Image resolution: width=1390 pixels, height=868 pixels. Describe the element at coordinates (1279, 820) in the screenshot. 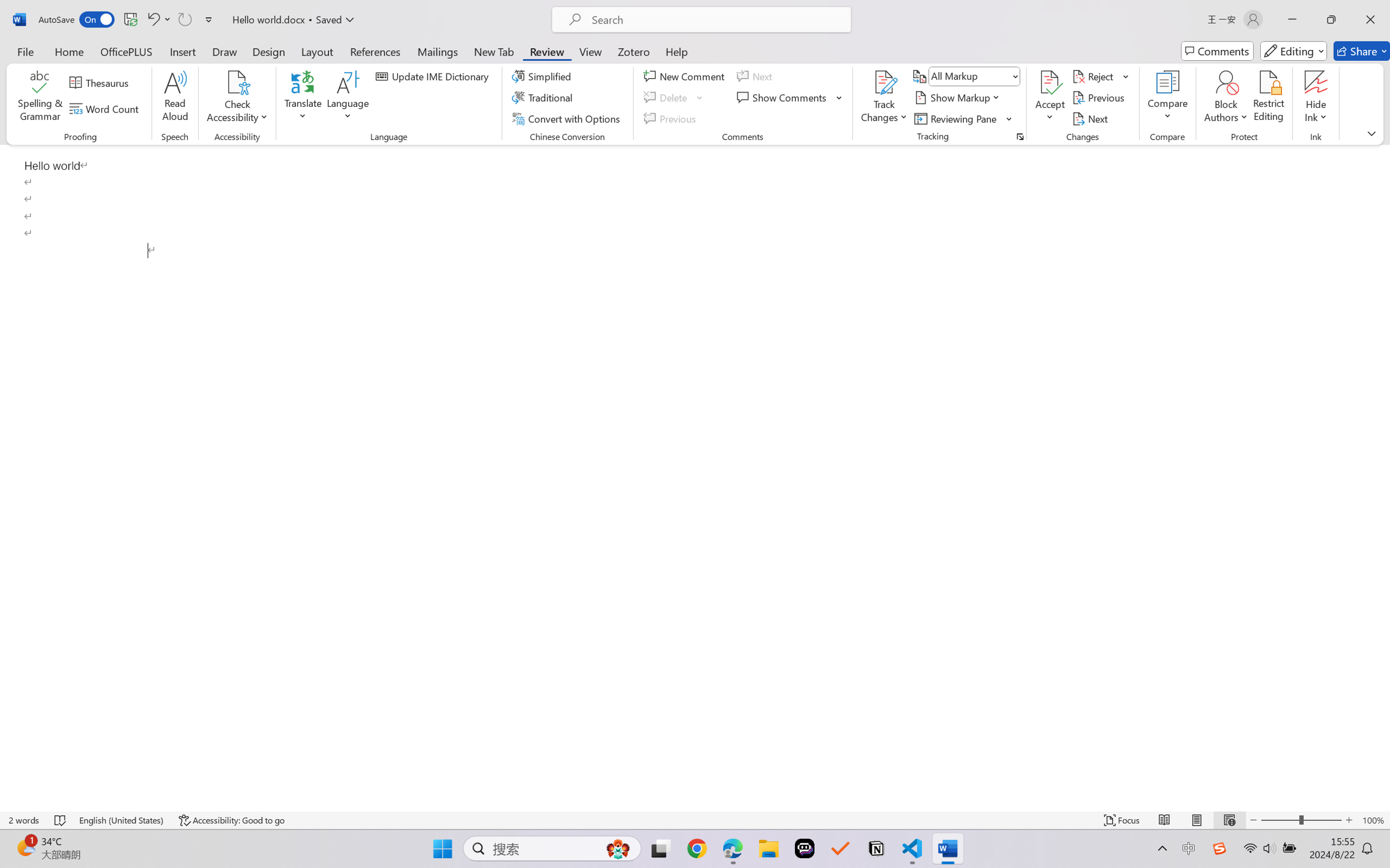

I see `'Zoom Out'` at that location.